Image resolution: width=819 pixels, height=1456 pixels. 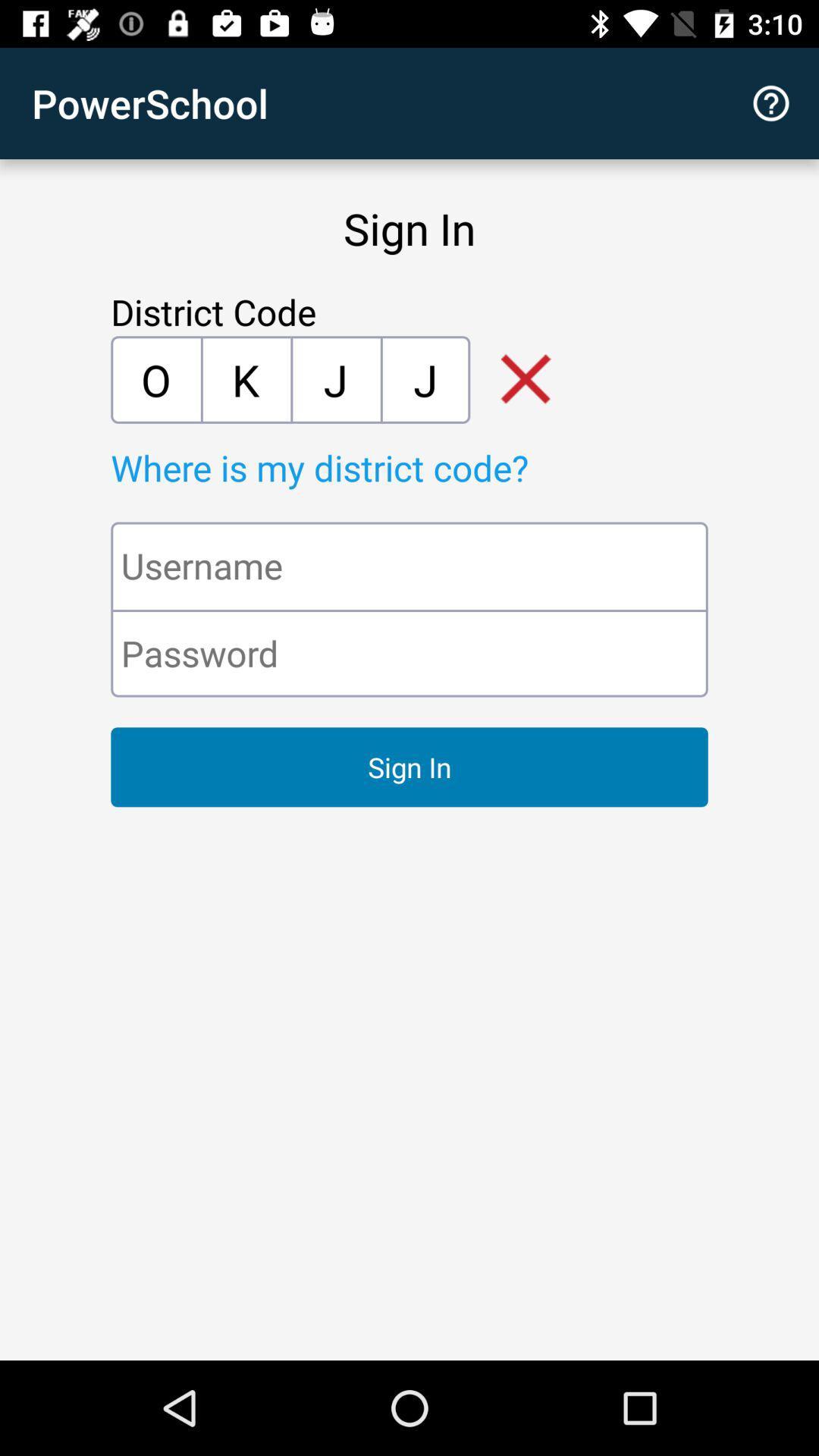 I want to click on icon below the o icon, so click(x=444, y=466).